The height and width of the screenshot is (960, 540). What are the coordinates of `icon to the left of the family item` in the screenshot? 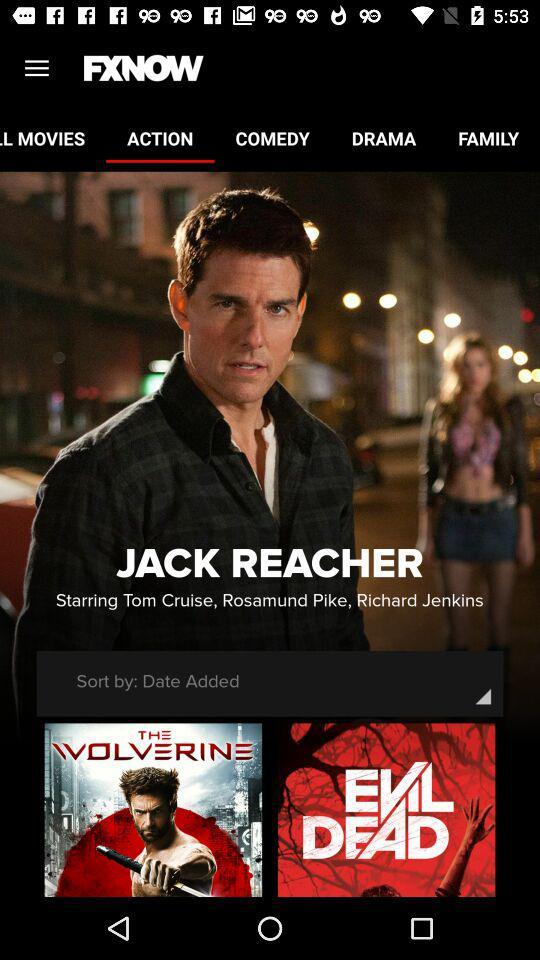 It's located at (383, 137).